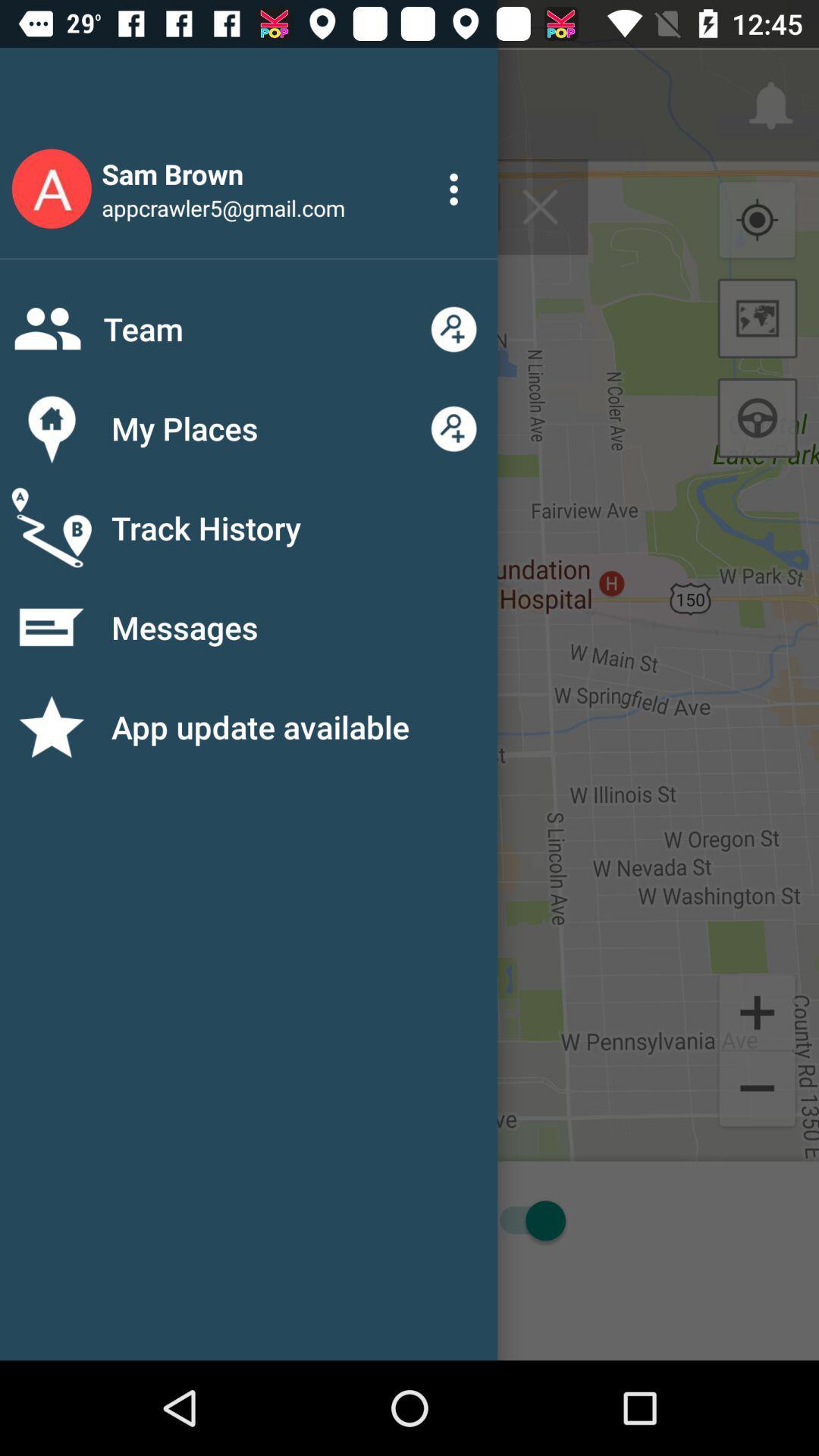 The height and width of the screenshot is (1456, 819). What do you see at coordinates (757, 1011) in the screenshot?
I see `the add icon` at bounding box center [757, 1011].